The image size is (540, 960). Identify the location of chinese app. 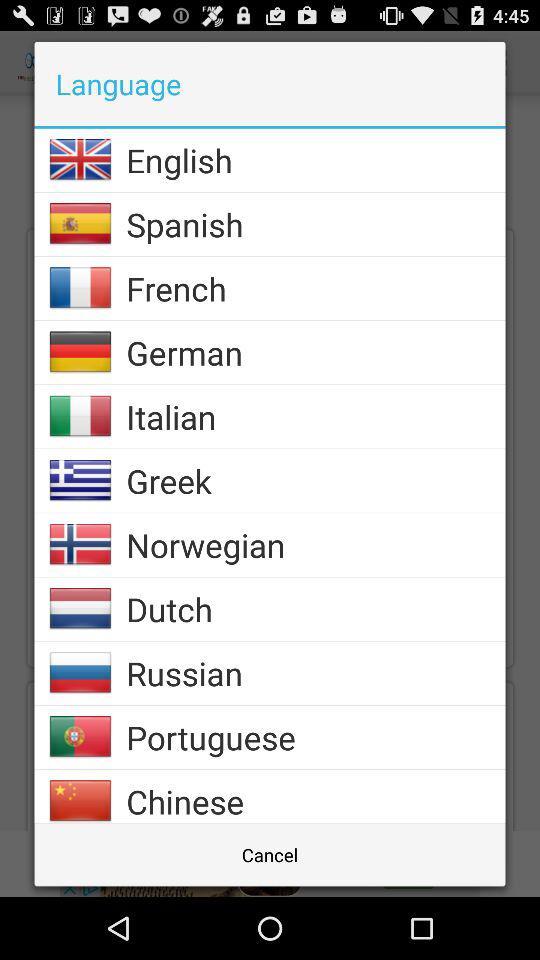
(315, 801).